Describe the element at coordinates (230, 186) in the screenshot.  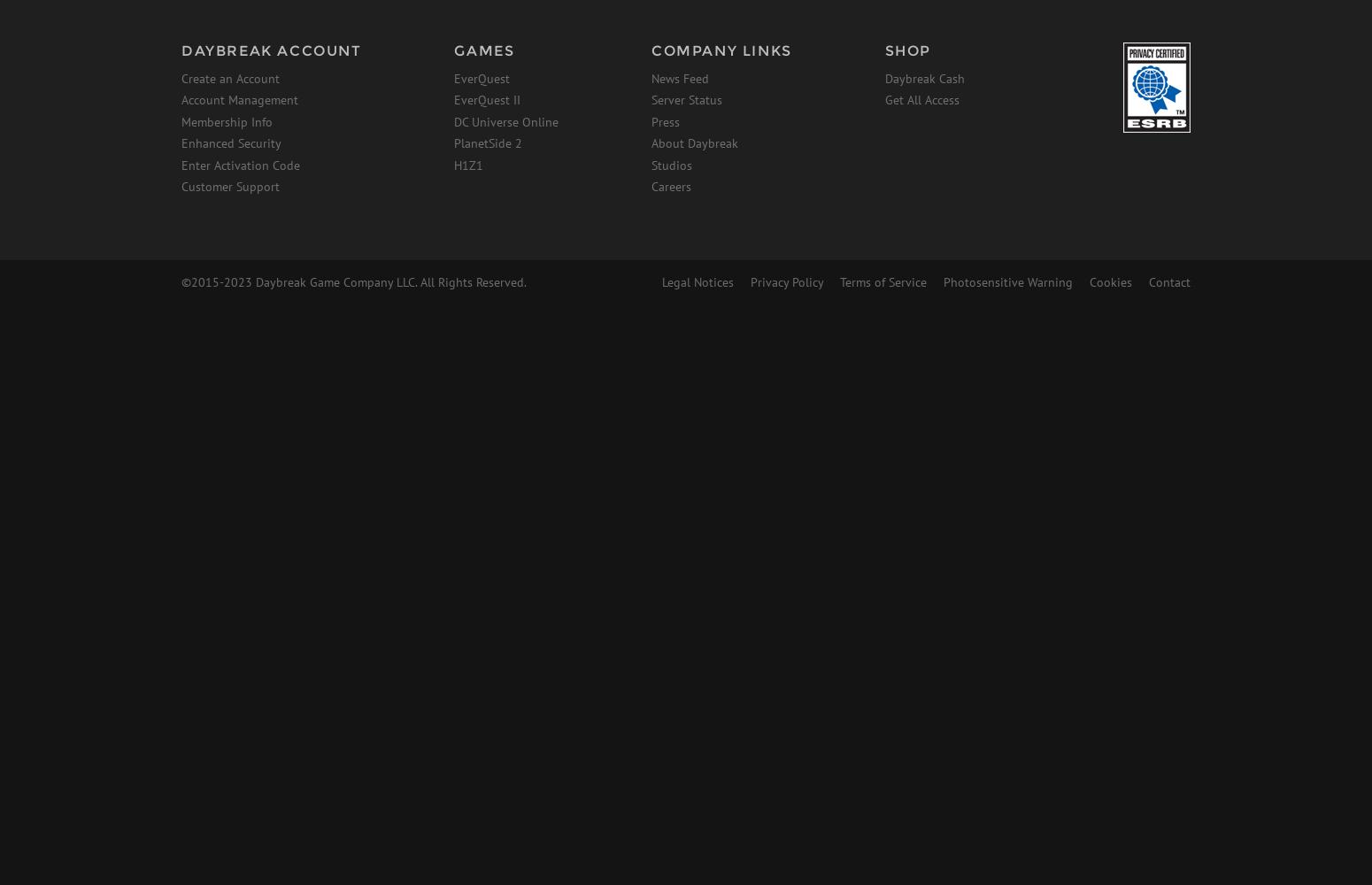
I see `'Customer Support'` at that location.